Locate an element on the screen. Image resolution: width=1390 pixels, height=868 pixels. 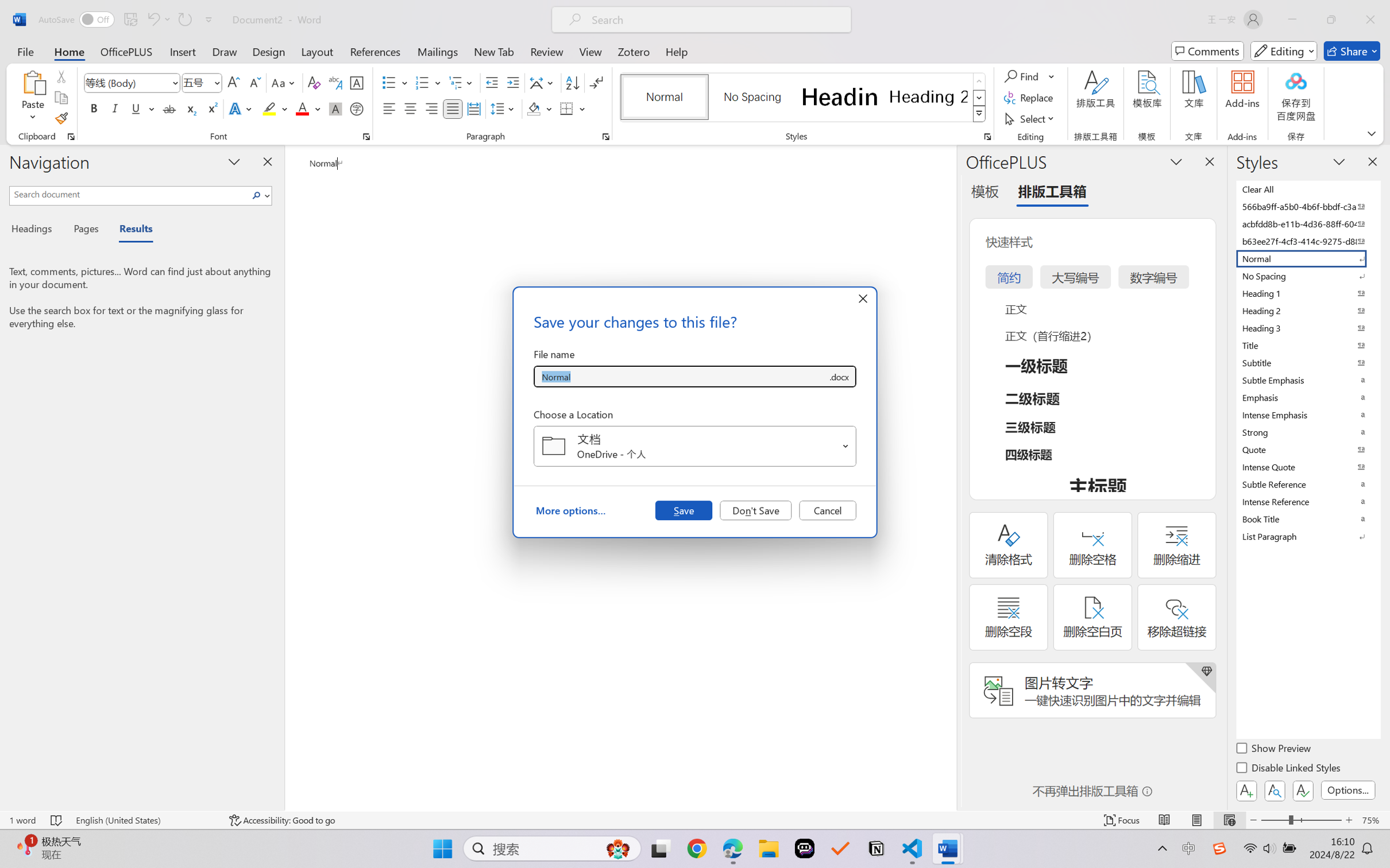
'Emphasis' is located at coordinates (1307, 397).